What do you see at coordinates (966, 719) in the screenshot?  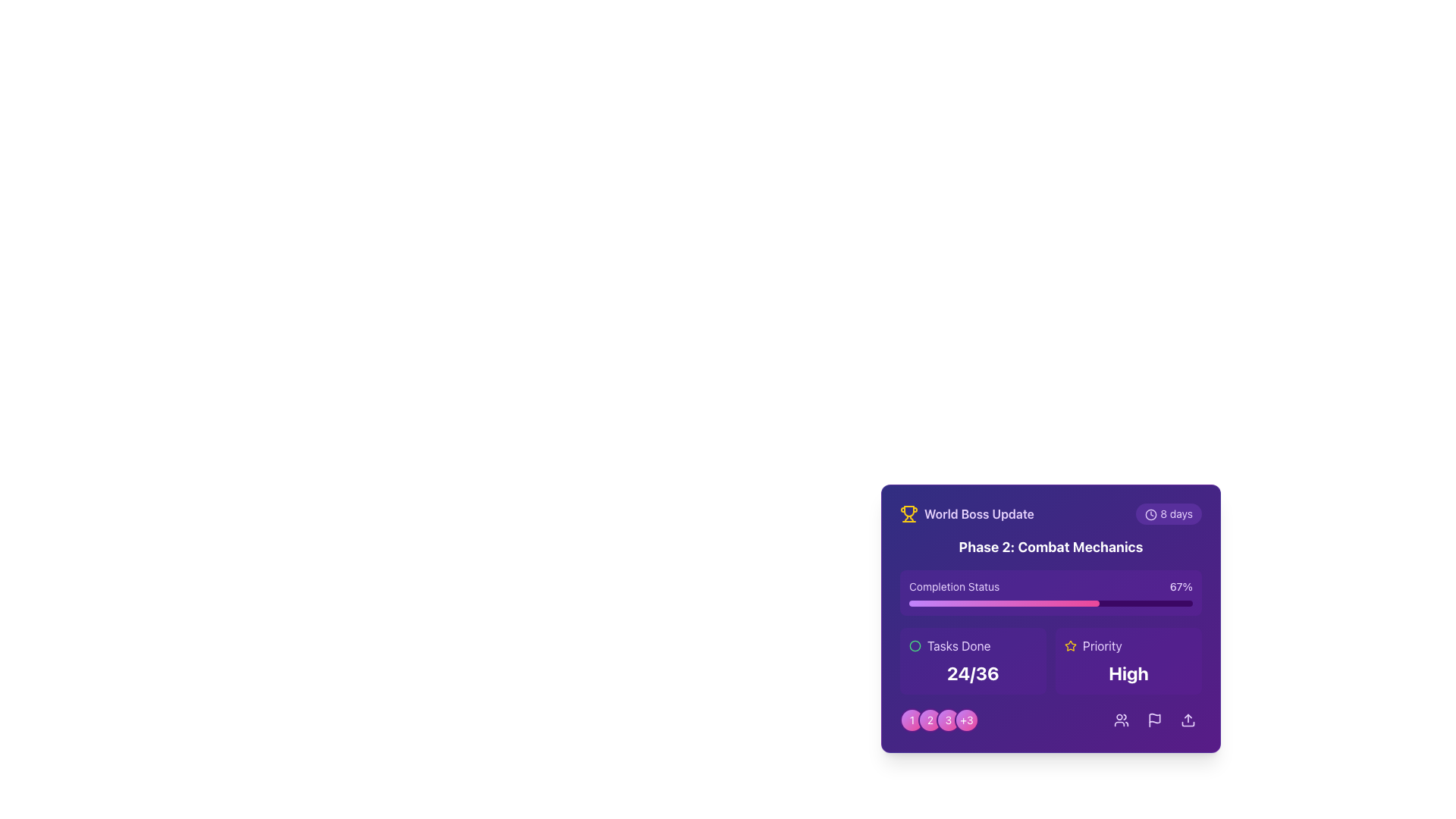 I see `the circular button with a gradient background transitioning from purple to pink, containing the text '+3' in white, located at the bottom left of a card` at bounding box center [966, 719].